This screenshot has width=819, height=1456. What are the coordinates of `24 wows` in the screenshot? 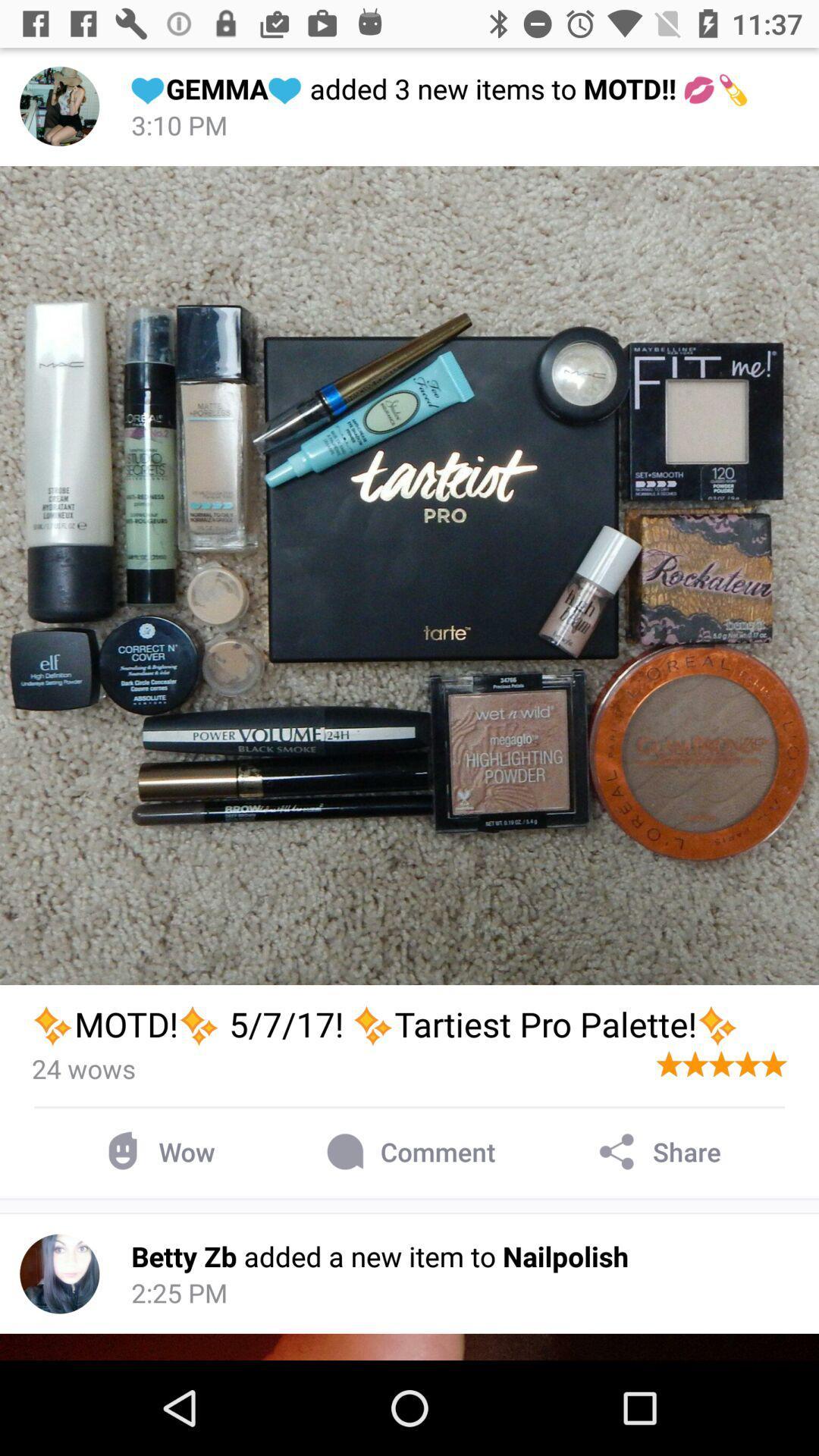 It's located at (83, 1068).